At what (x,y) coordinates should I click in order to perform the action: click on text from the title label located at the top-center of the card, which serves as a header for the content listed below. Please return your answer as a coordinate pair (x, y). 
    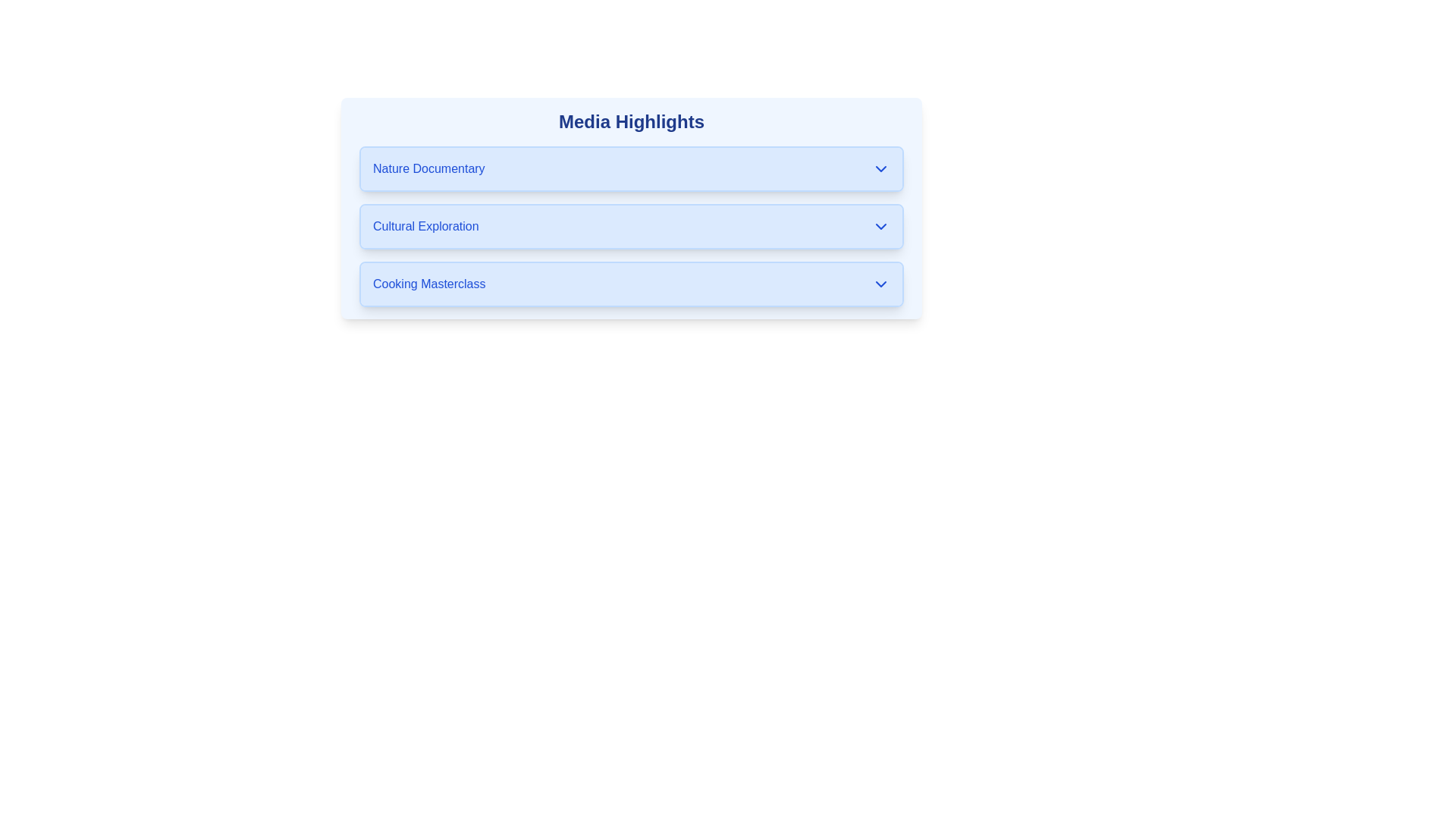
    Looking at the image, I should click on (632, 121).